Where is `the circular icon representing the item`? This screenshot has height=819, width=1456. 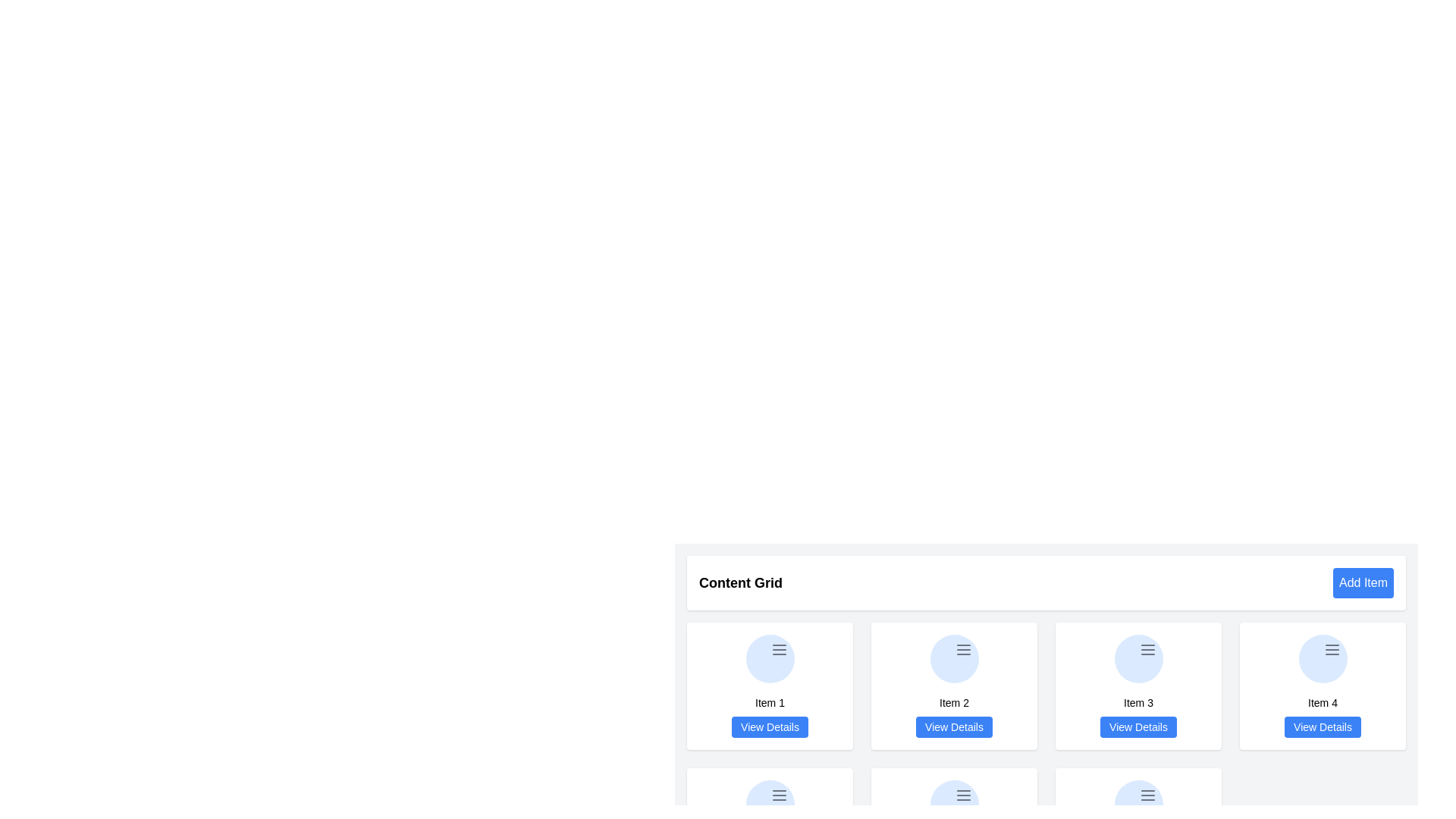 the circular icon representing the item is located at coordinates (770, 657).